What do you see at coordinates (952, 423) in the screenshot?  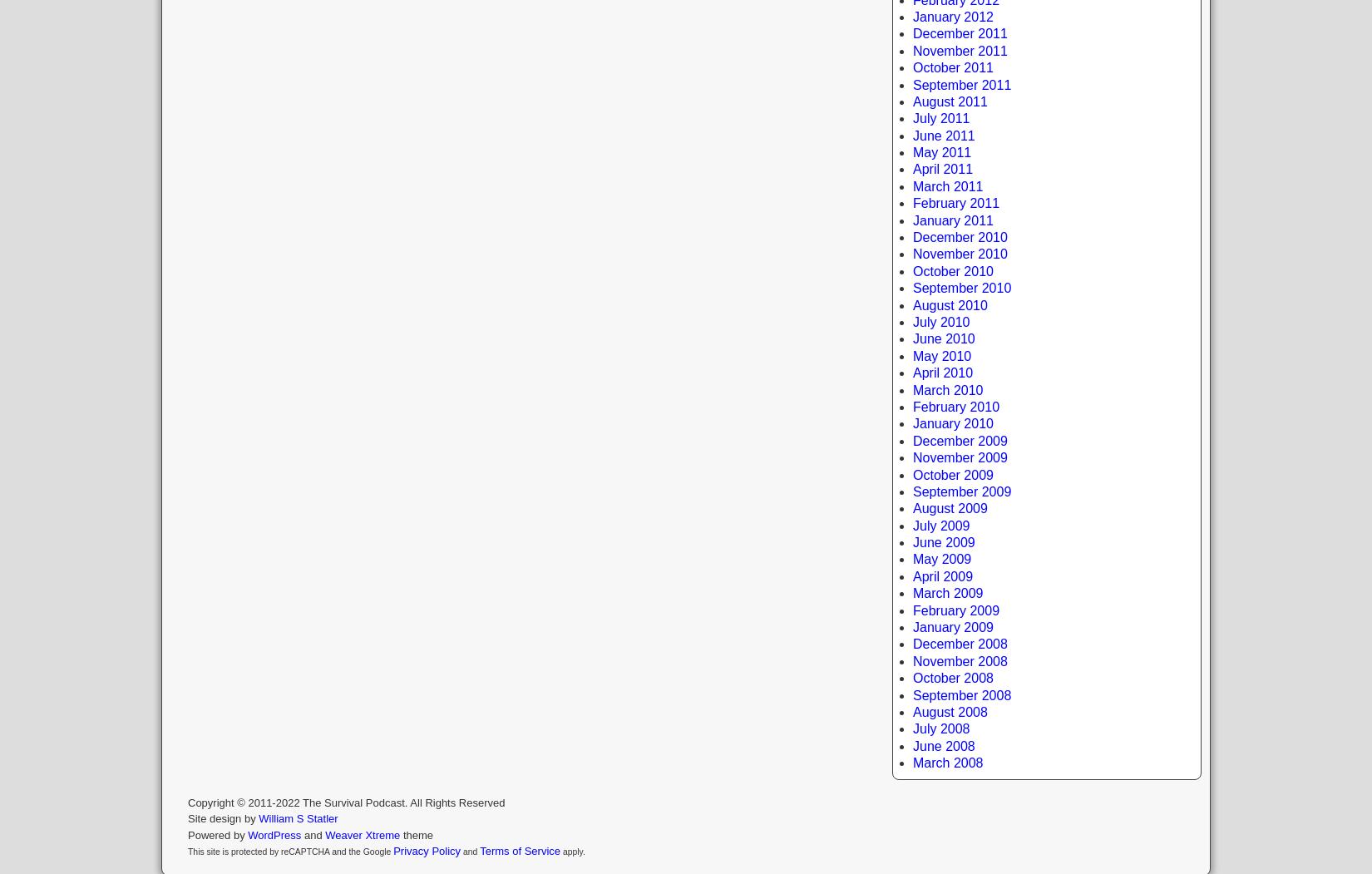 I see `'January 2010'` at bounding box center [952, 423].